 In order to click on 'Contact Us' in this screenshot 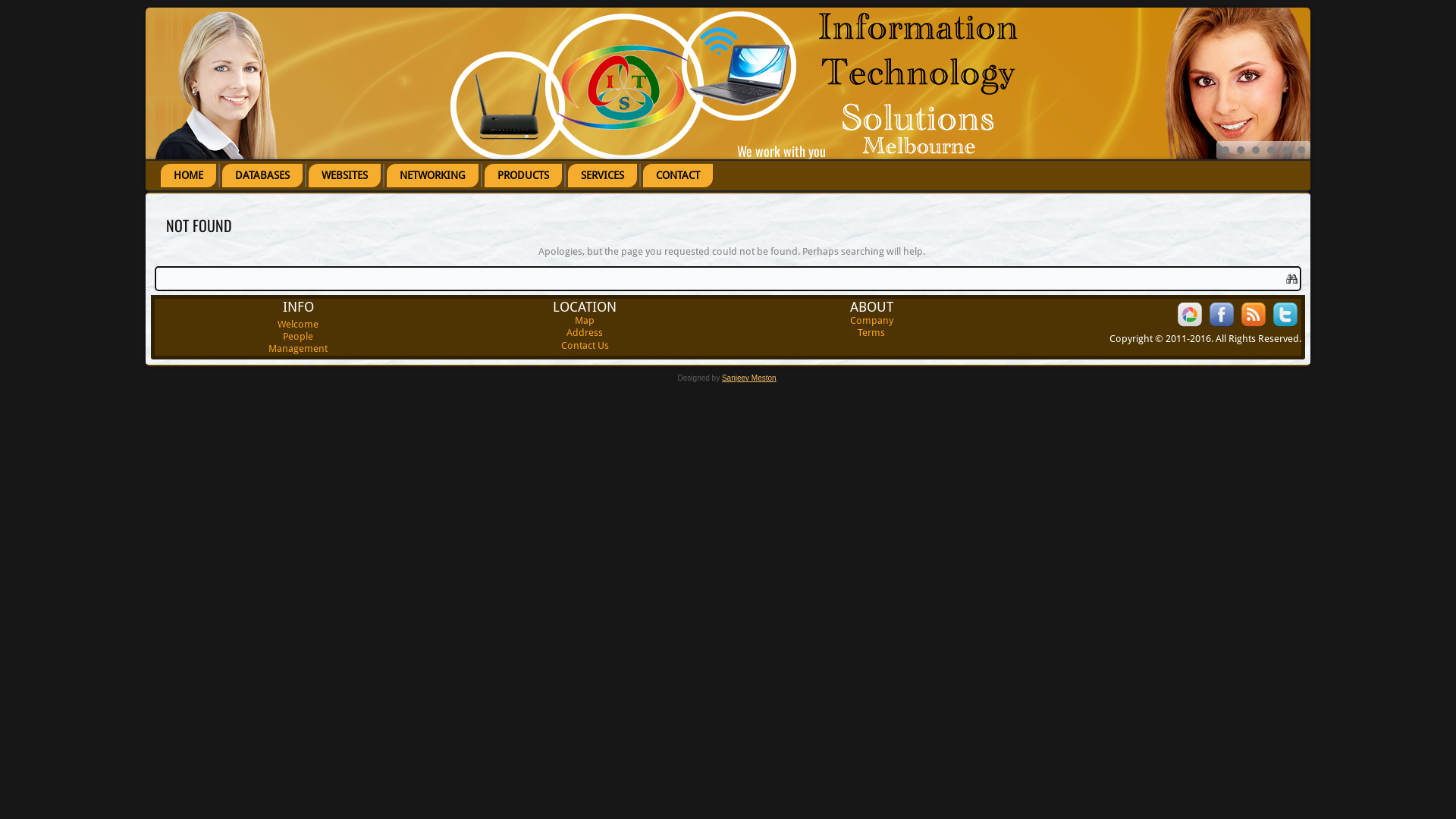, I will do `click(560, 345)`.